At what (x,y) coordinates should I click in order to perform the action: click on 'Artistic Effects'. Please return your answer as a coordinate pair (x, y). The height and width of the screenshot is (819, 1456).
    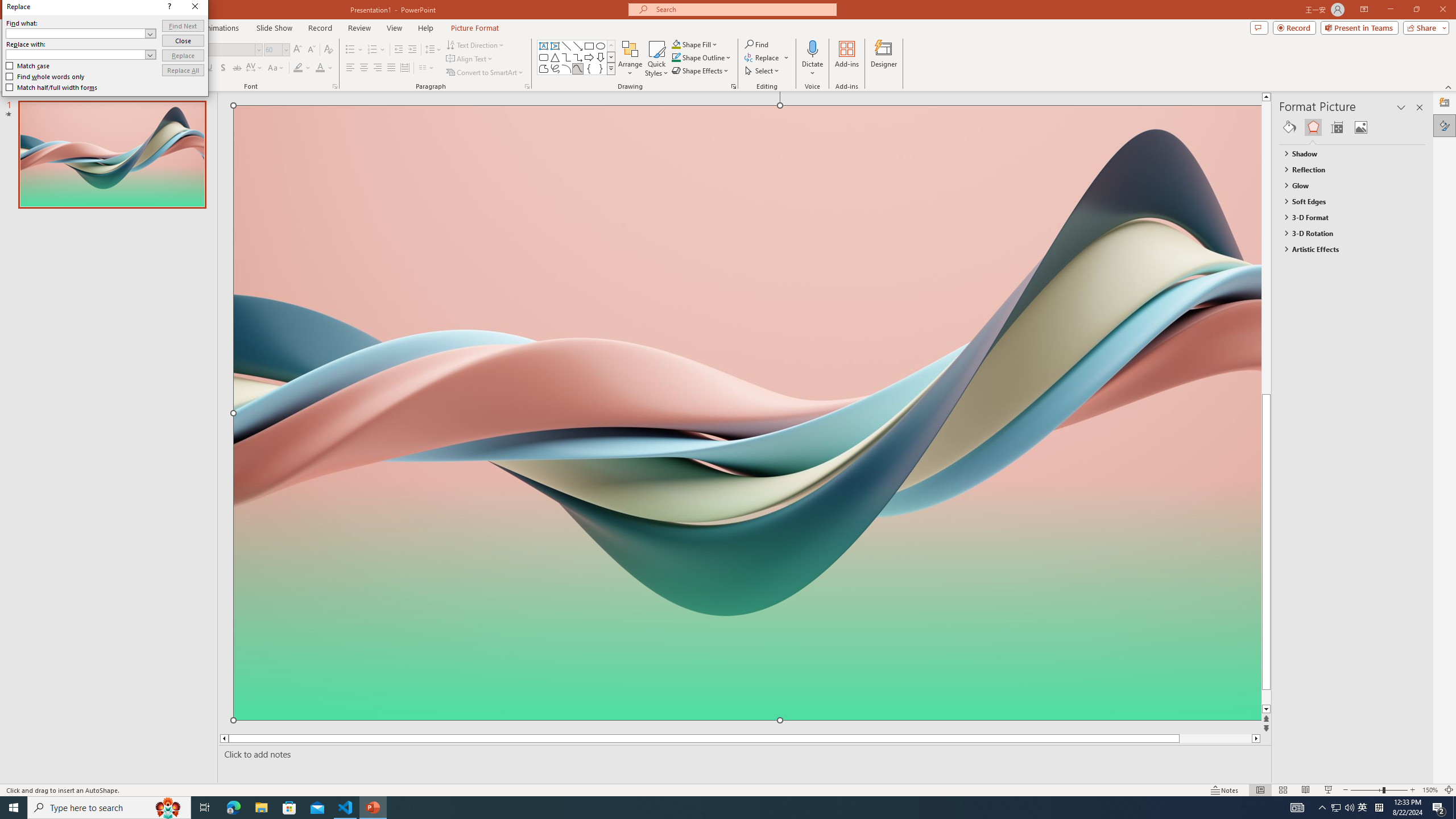
    Looking at the image, I should click on (1347, 248).